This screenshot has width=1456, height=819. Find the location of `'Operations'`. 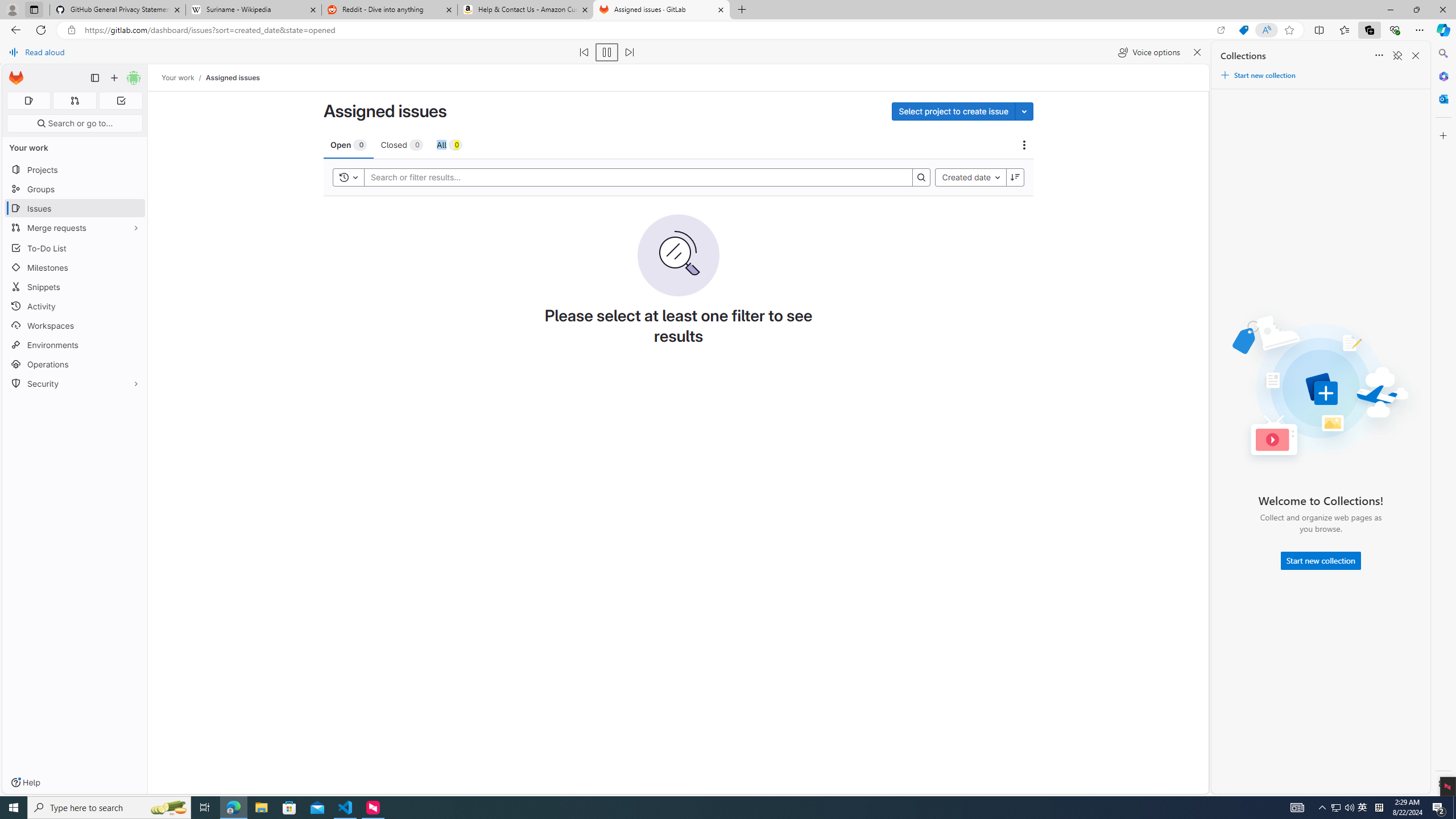

'Operations' is located at coordinates (74, 363).